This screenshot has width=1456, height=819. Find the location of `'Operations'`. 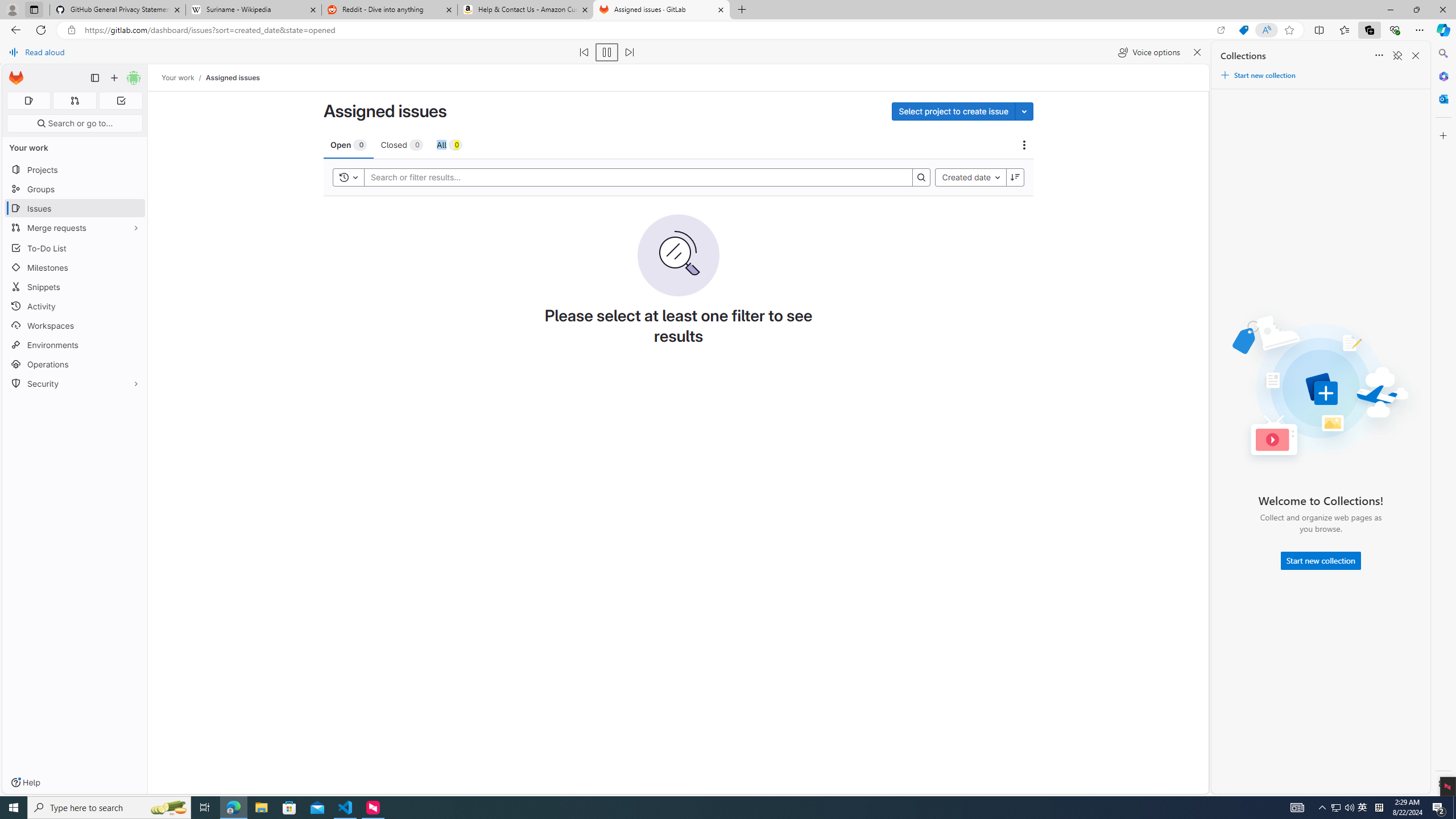

'Operations' is located at coordinates (74, 363).